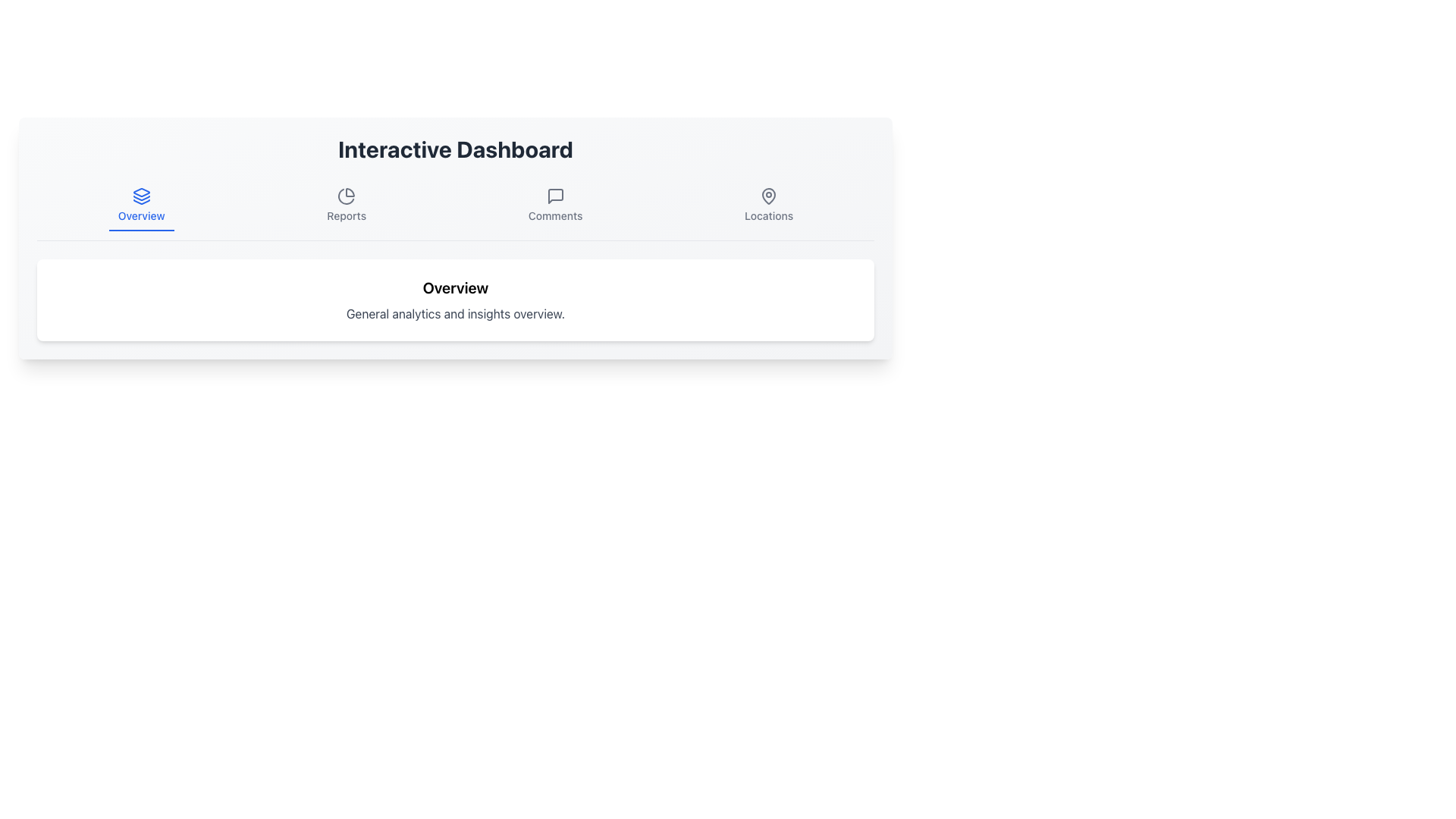 This screenshot has height=819, width=1456. Describe the element at coordinates (346, 206) in the screenshot. I see `the 'Reports' navigation link in the navigation bar` at that location.